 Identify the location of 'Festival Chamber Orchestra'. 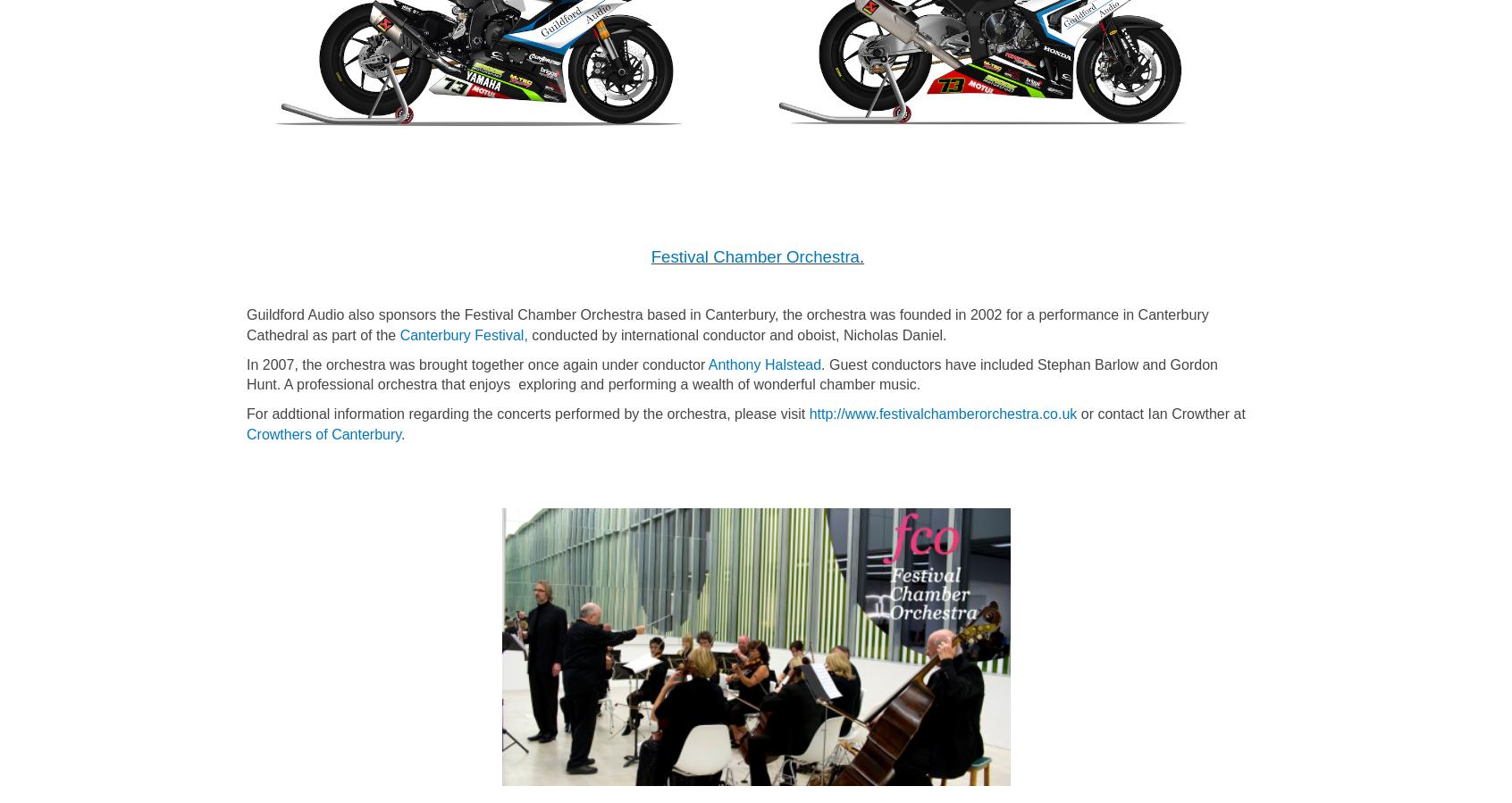
(650, 256).